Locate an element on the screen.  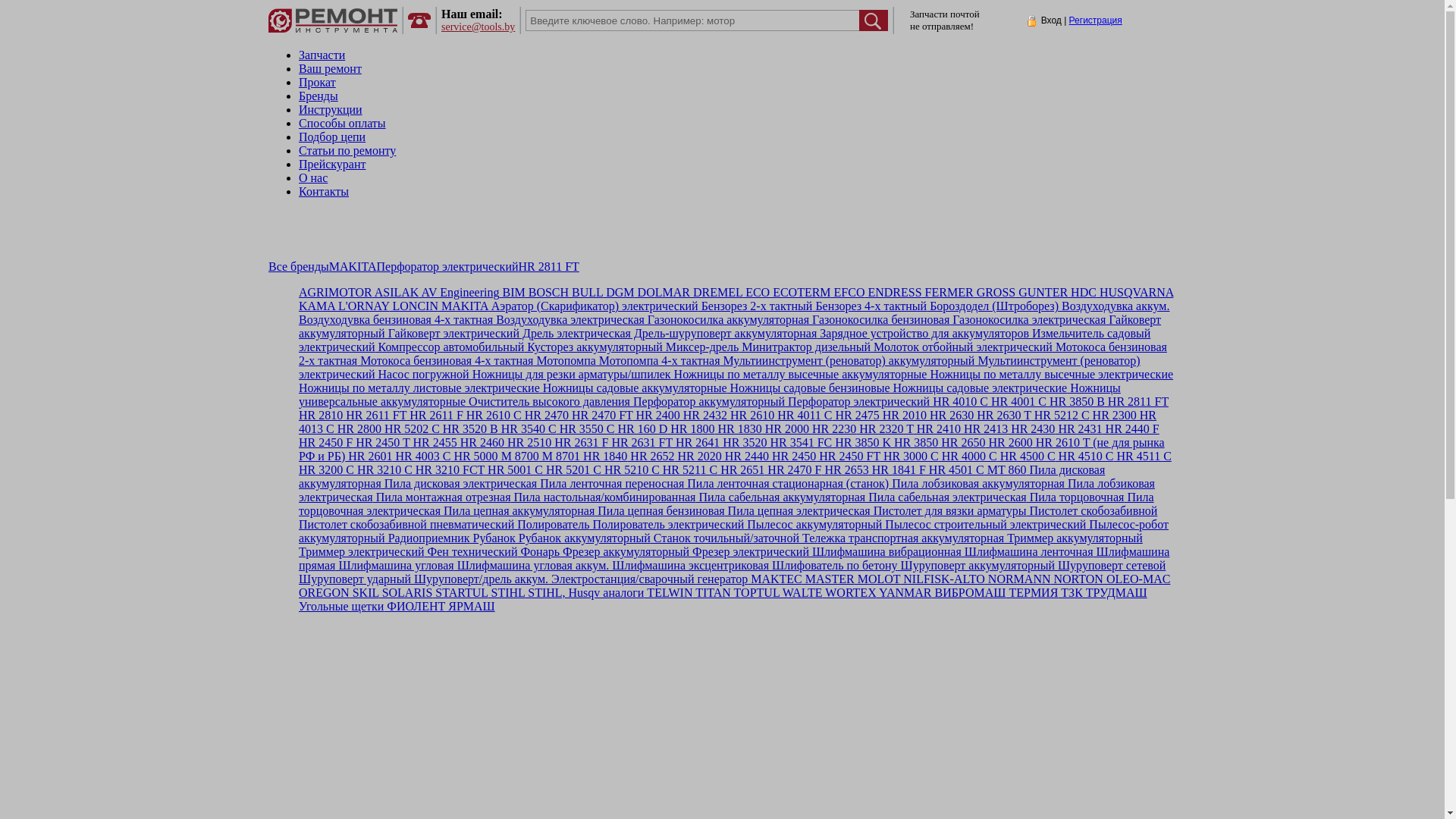
'HR 2440' is located at coordinates (745, 455).